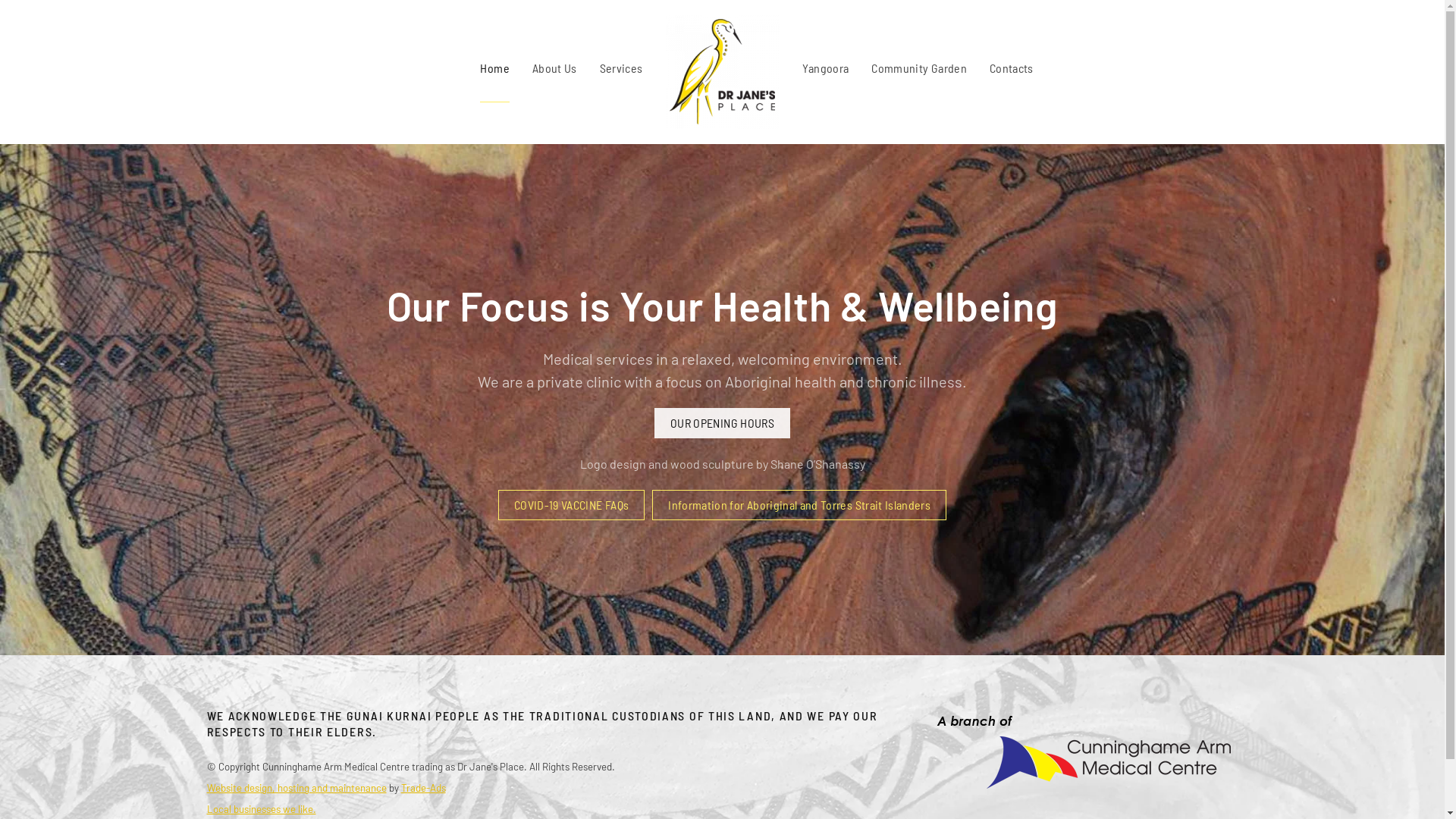 The width and height of the screenshot is (1456, 819). I want to click on 'Services', so click(599, 67).